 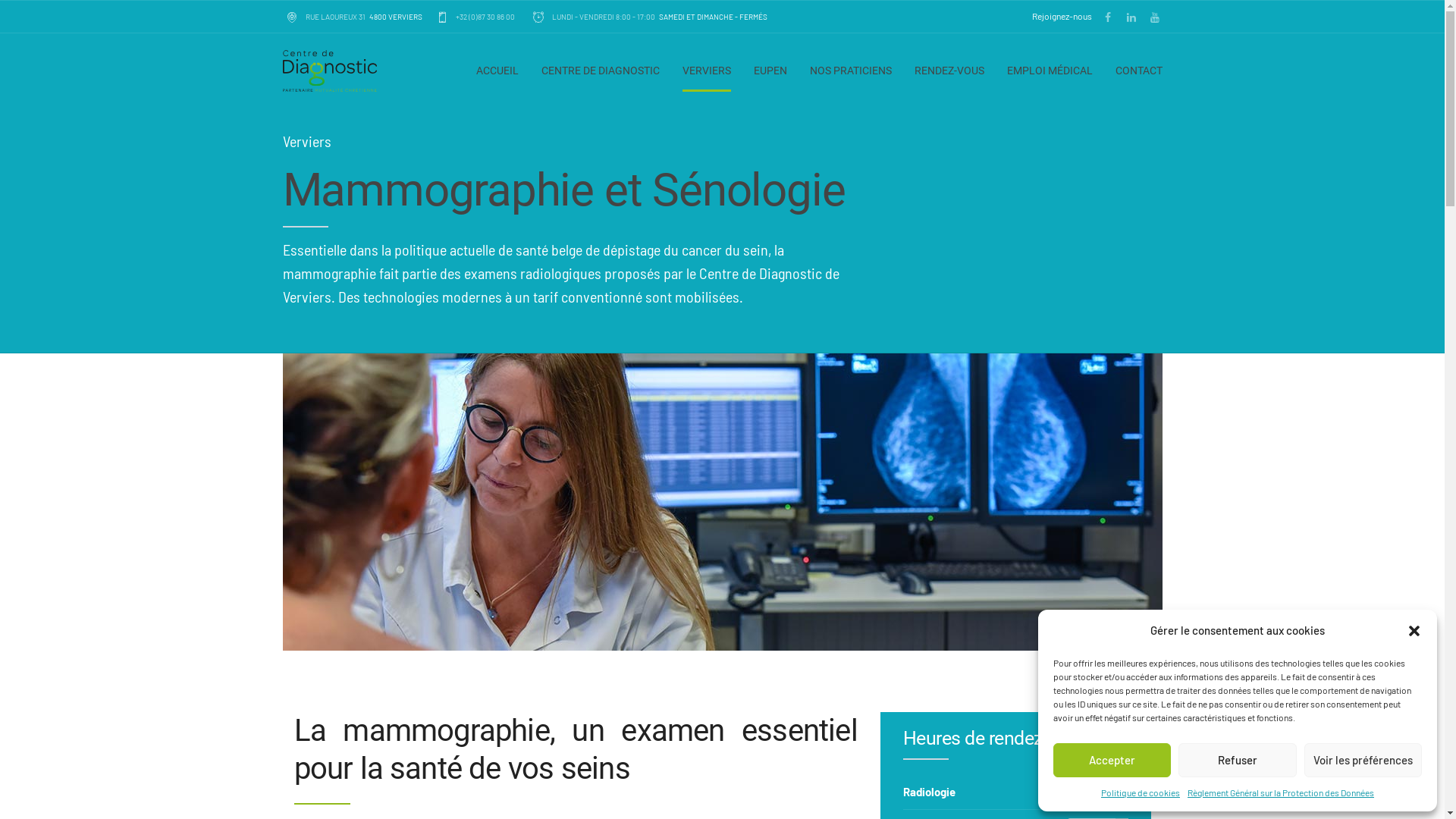 I want to click on 'CONTACT', so click(x=1138, y=71).